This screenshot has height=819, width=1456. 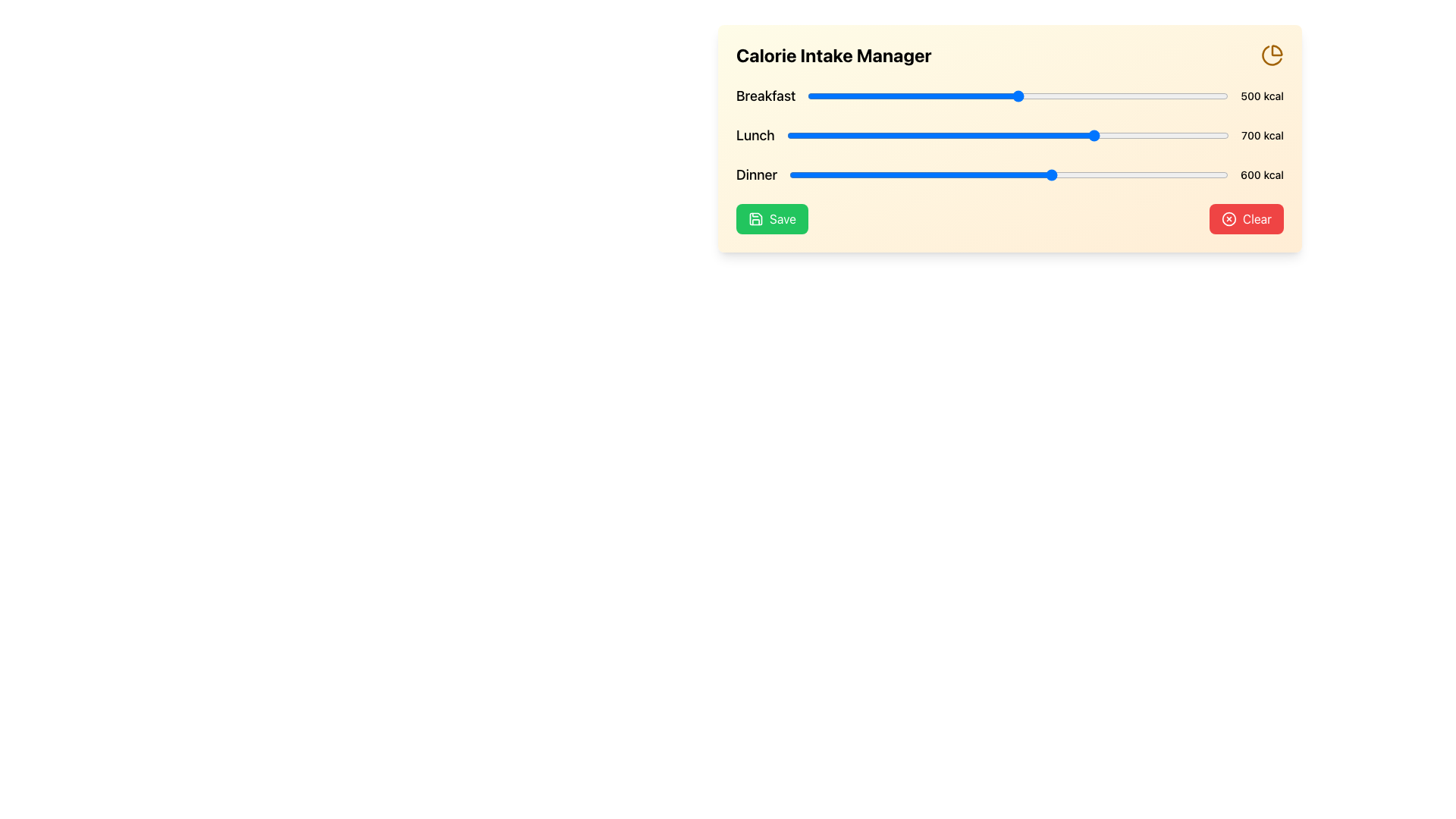 I want to click on the decorative graphical representation of the save button icon, which is green and located below the list of sliders labeled Breakfast, Lunch, and Dinner, so click(x=756, y=219).